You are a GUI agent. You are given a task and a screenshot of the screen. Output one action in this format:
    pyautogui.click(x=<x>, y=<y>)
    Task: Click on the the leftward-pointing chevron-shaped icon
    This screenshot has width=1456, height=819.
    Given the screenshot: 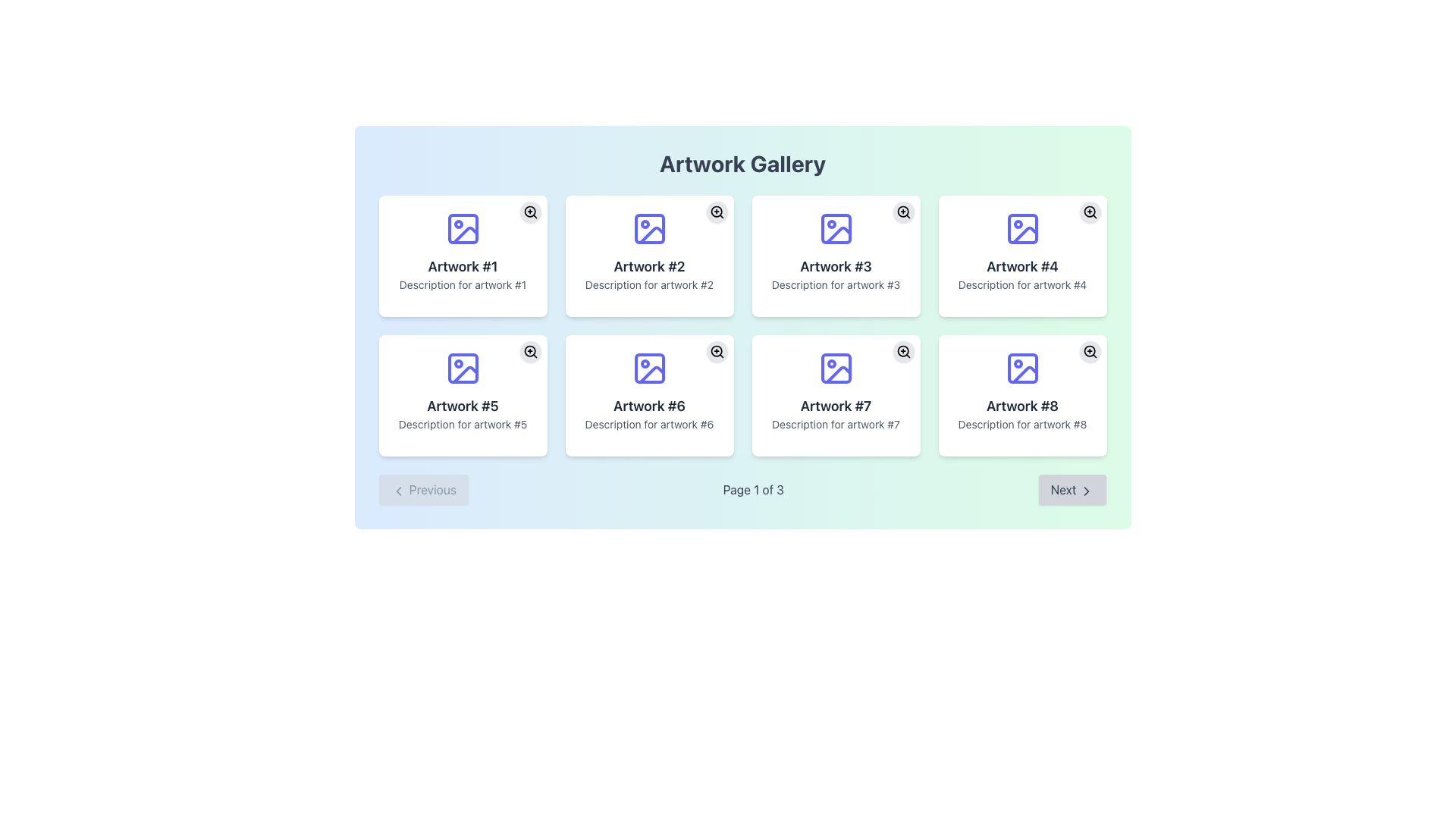 What is the action you would take?
    pyautogui.click(x=398, y=491)
    